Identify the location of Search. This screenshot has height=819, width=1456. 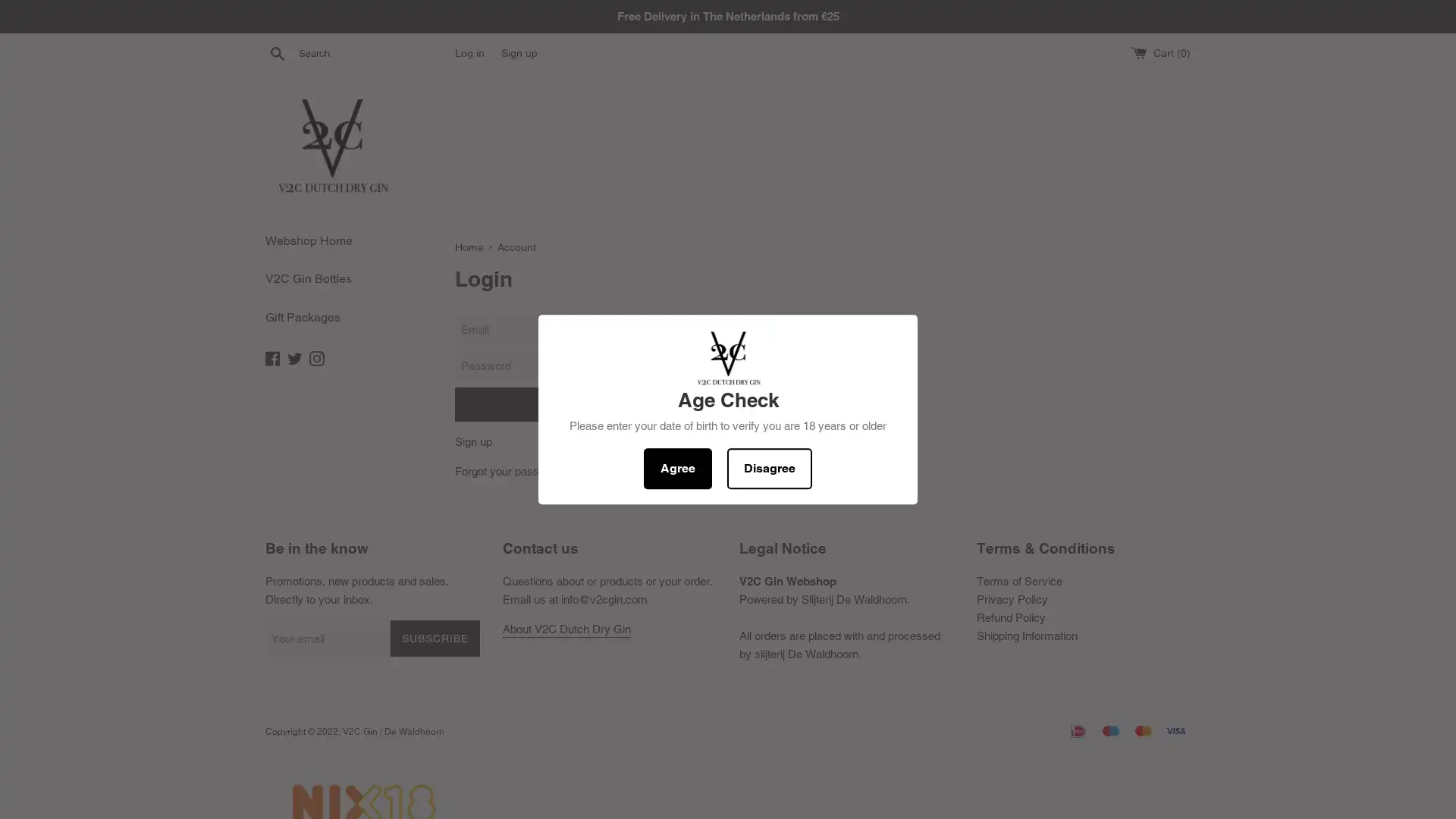
(277, 52).